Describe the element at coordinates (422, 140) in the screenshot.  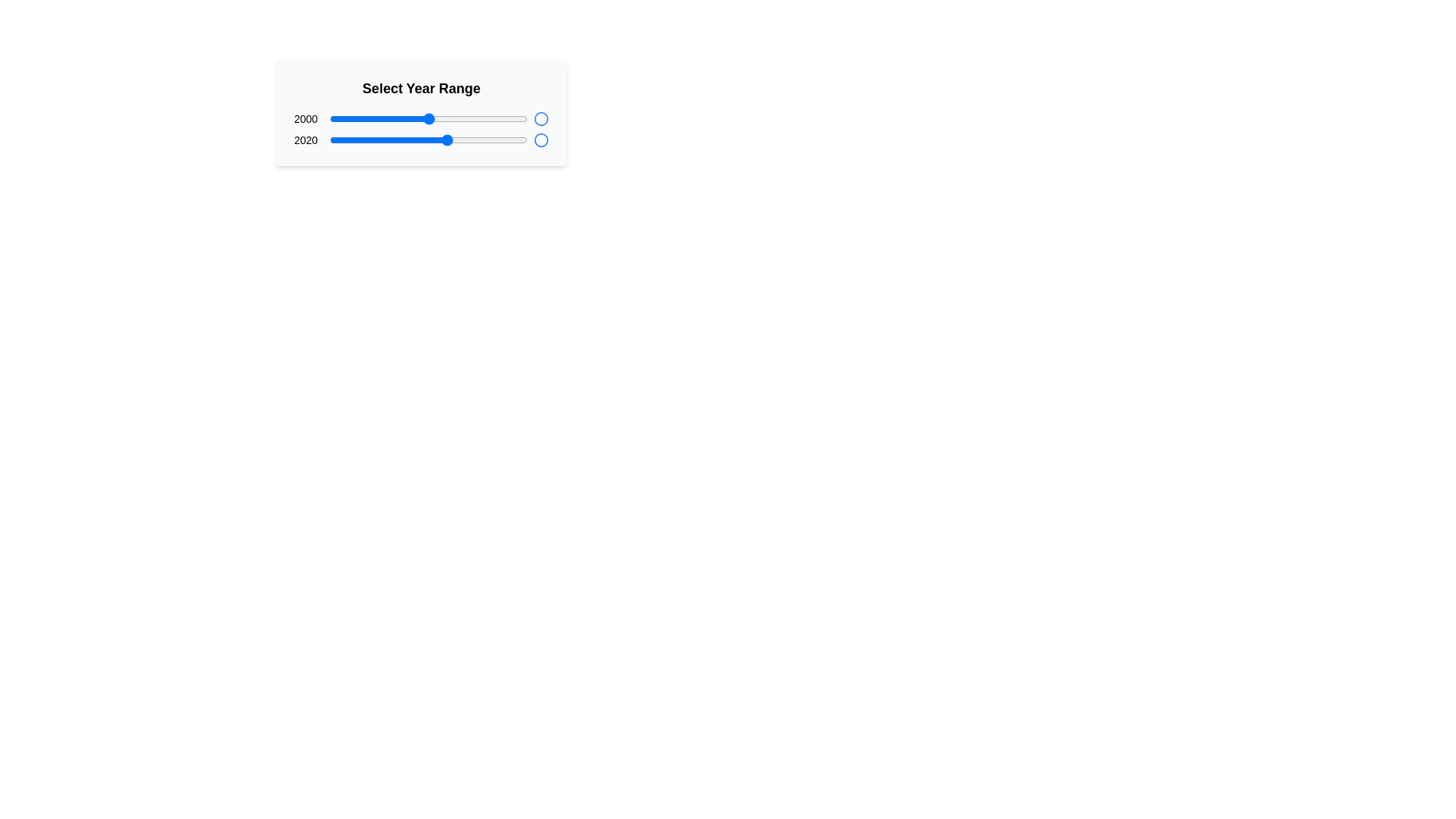
I see `the year slider` at that location.